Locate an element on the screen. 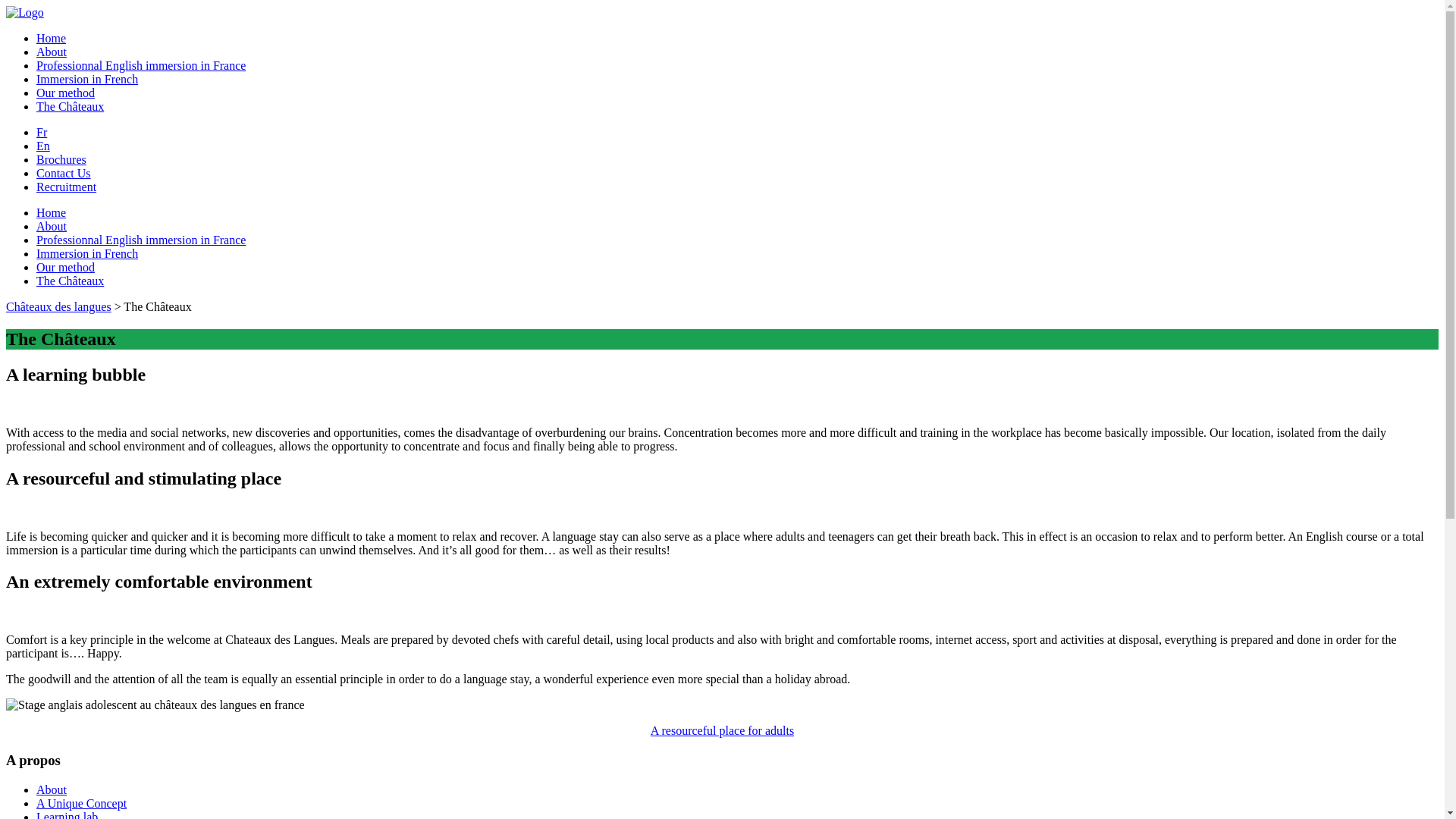  'Brochures' is located at coordinates (61, 159).